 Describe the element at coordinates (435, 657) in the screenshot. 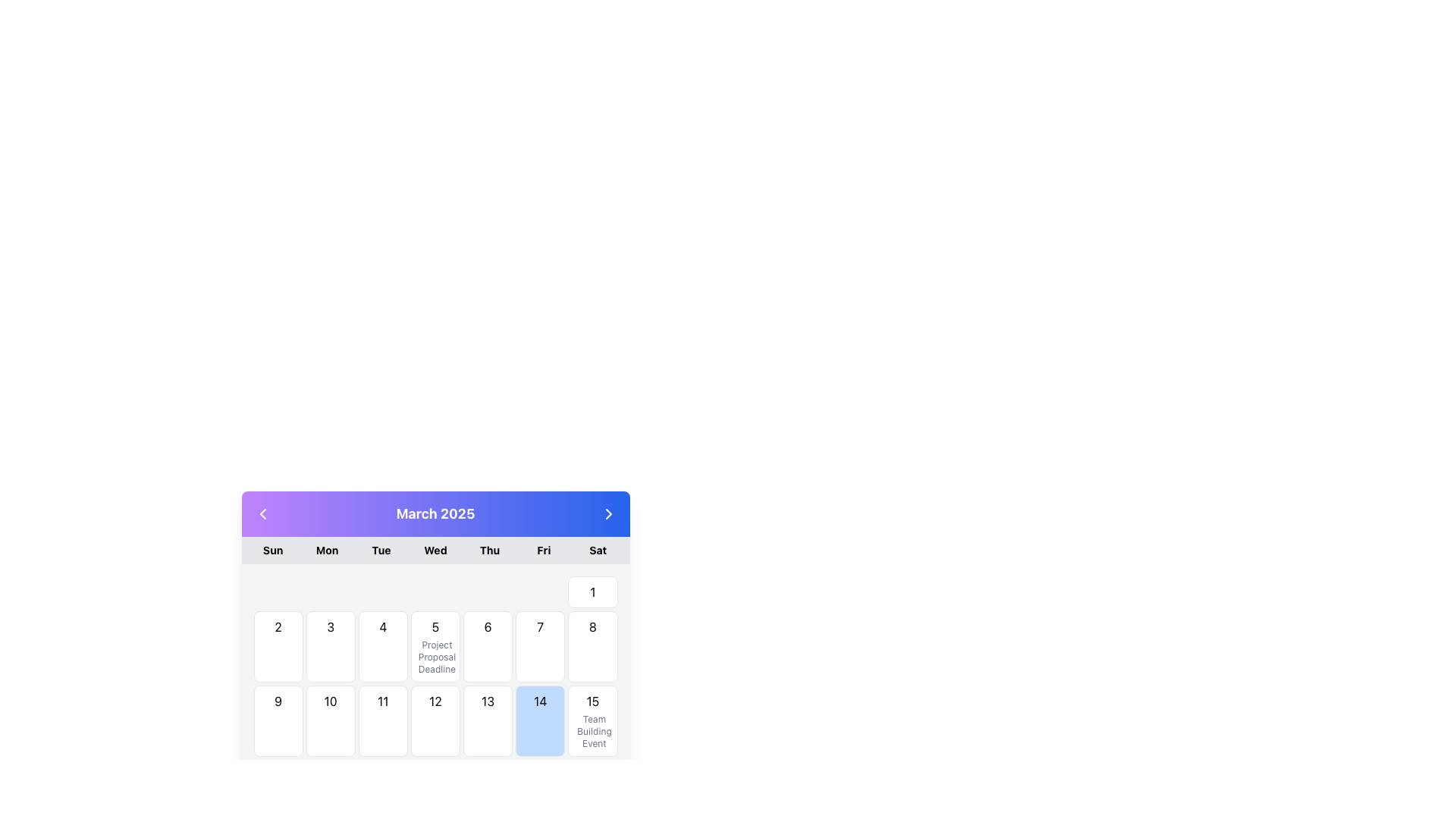

I see `the Label that describes the event for March 5th in the calendar grid` at that location.